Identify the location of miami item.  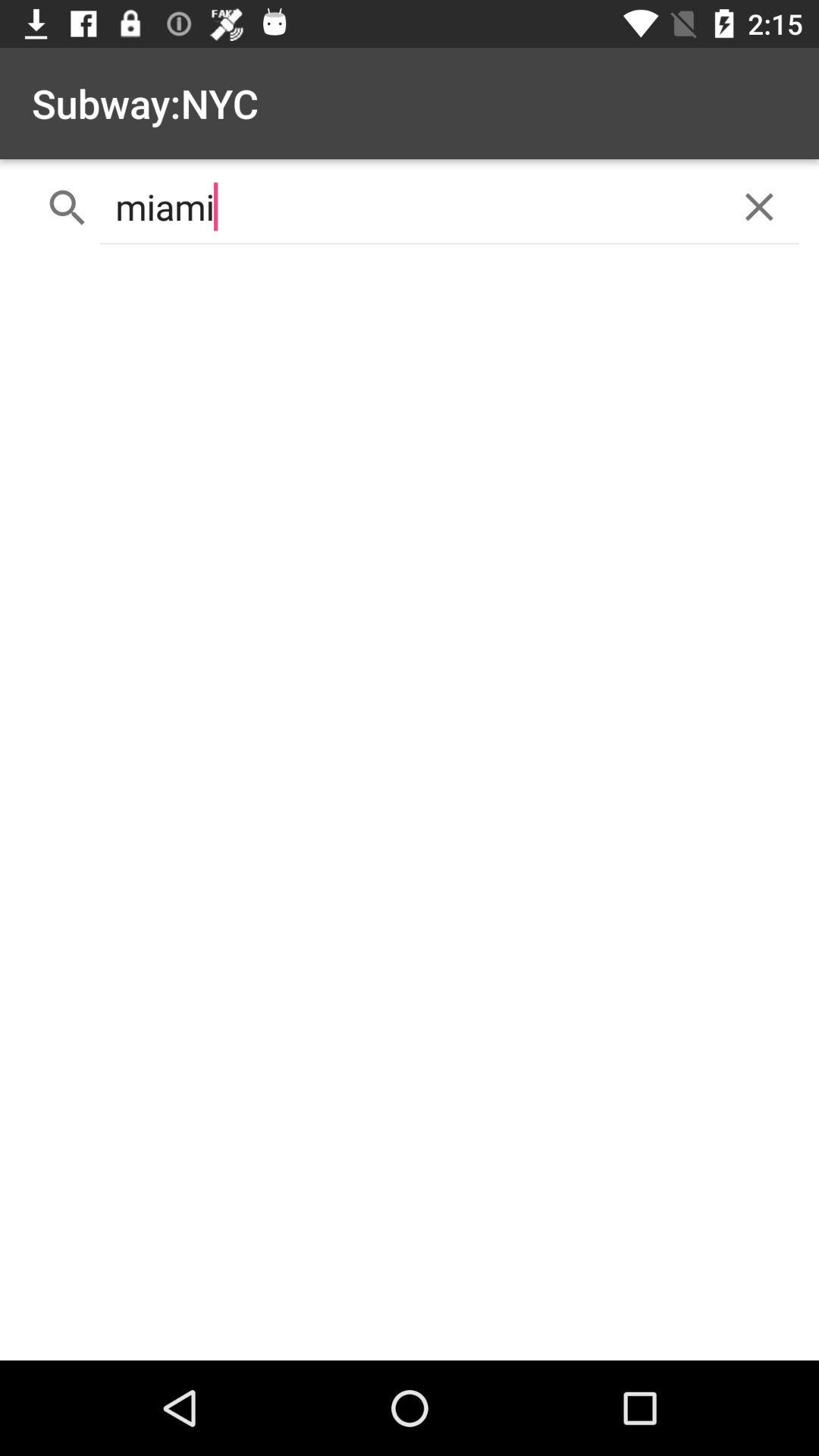
(409, 206).